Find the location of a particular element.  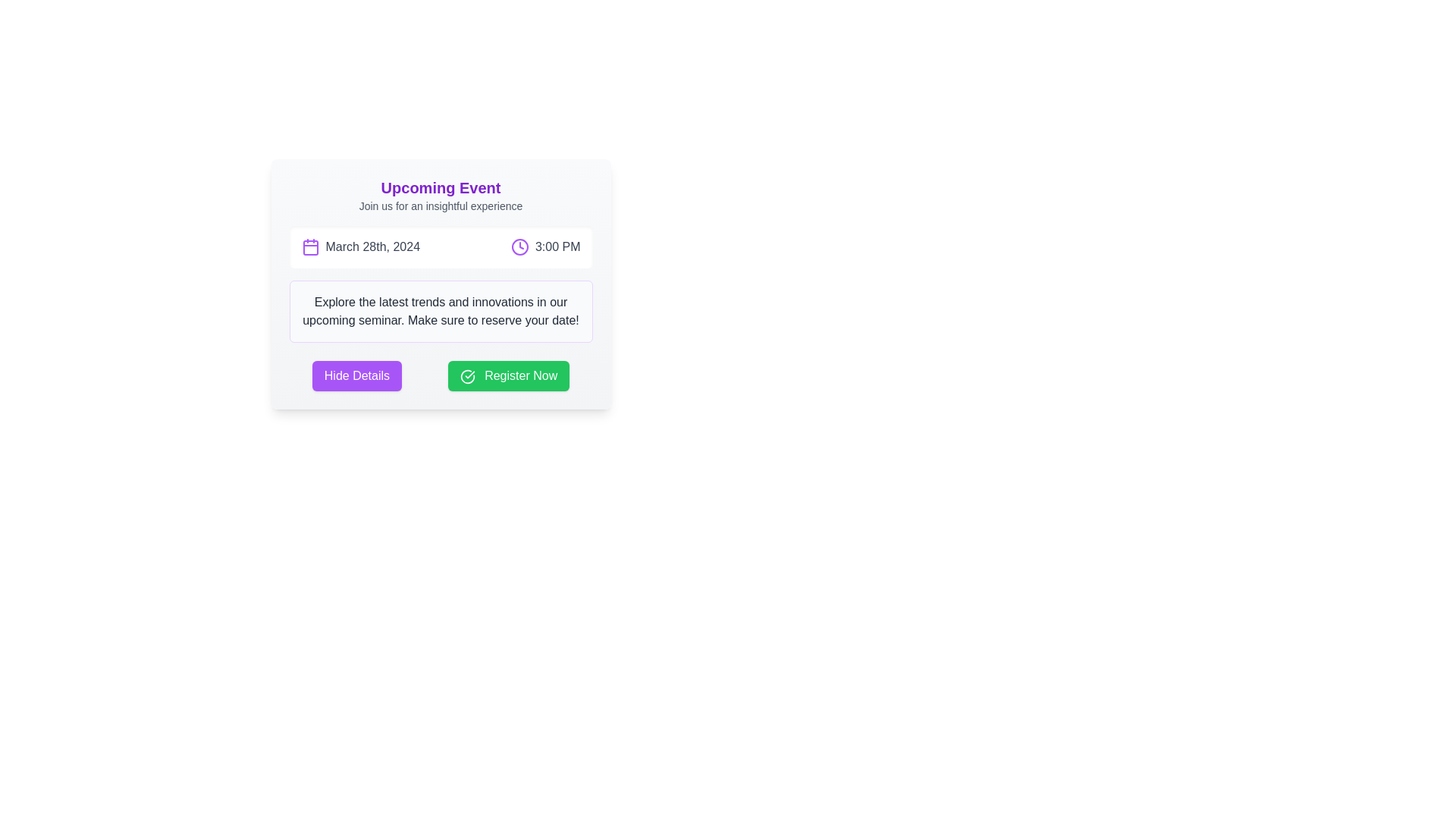

the descriptive text located beneath the 'Upcoming Event' title within its card layout is located at coordinates (440, 206).